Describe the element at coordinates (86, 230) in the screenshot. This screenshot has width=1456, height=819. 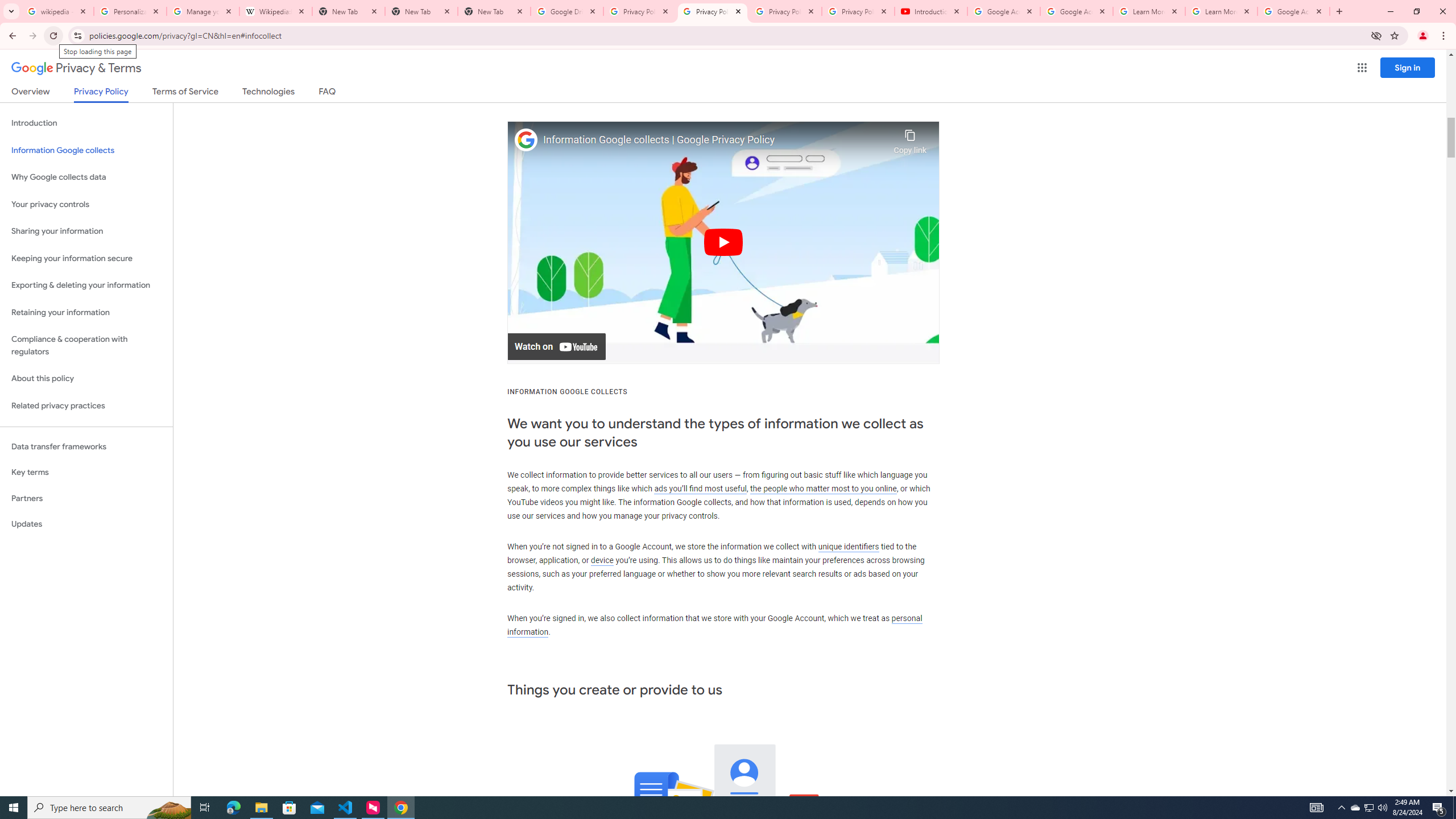
I see `'Sharing your information'` at that location.